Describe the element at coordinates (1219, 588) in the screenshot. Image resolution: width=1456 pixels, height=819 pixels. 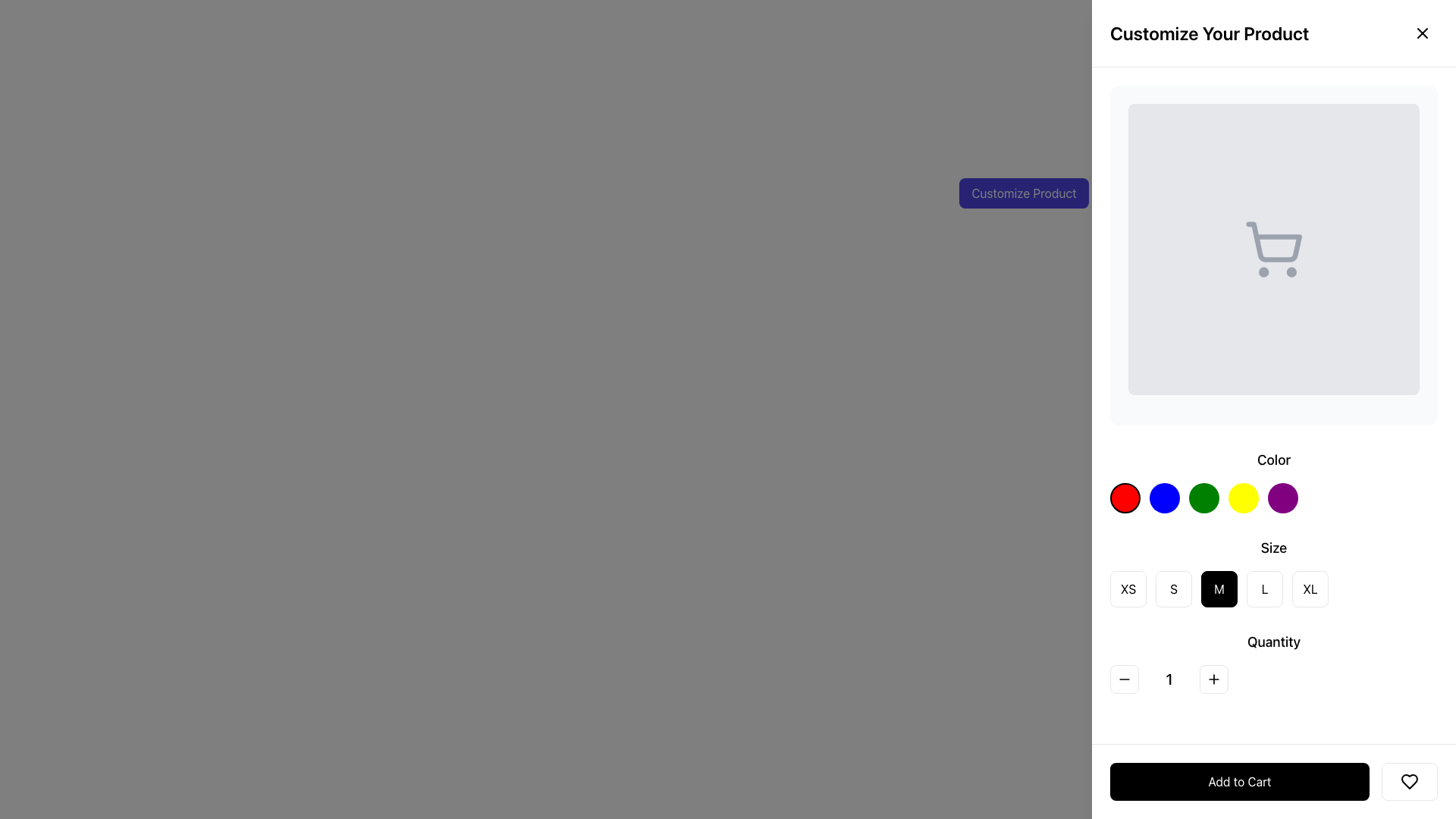
I see `the 'M' size selector button, which is the third button in a horizontal group of size selectors` at that location.